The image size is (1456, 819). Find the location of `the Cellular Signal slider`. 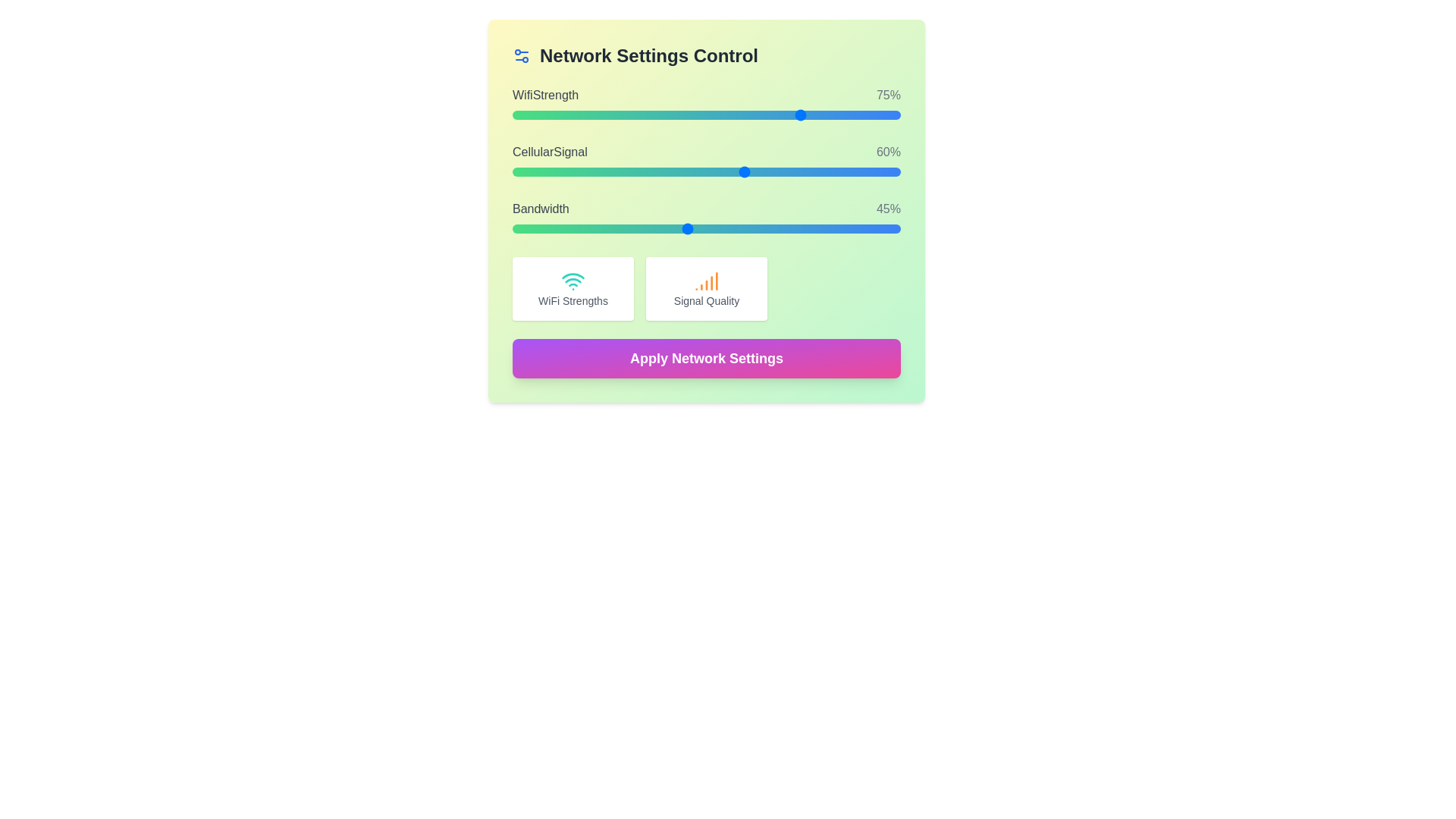

the Cellular Signal slider is located at coordinates (807, 171).